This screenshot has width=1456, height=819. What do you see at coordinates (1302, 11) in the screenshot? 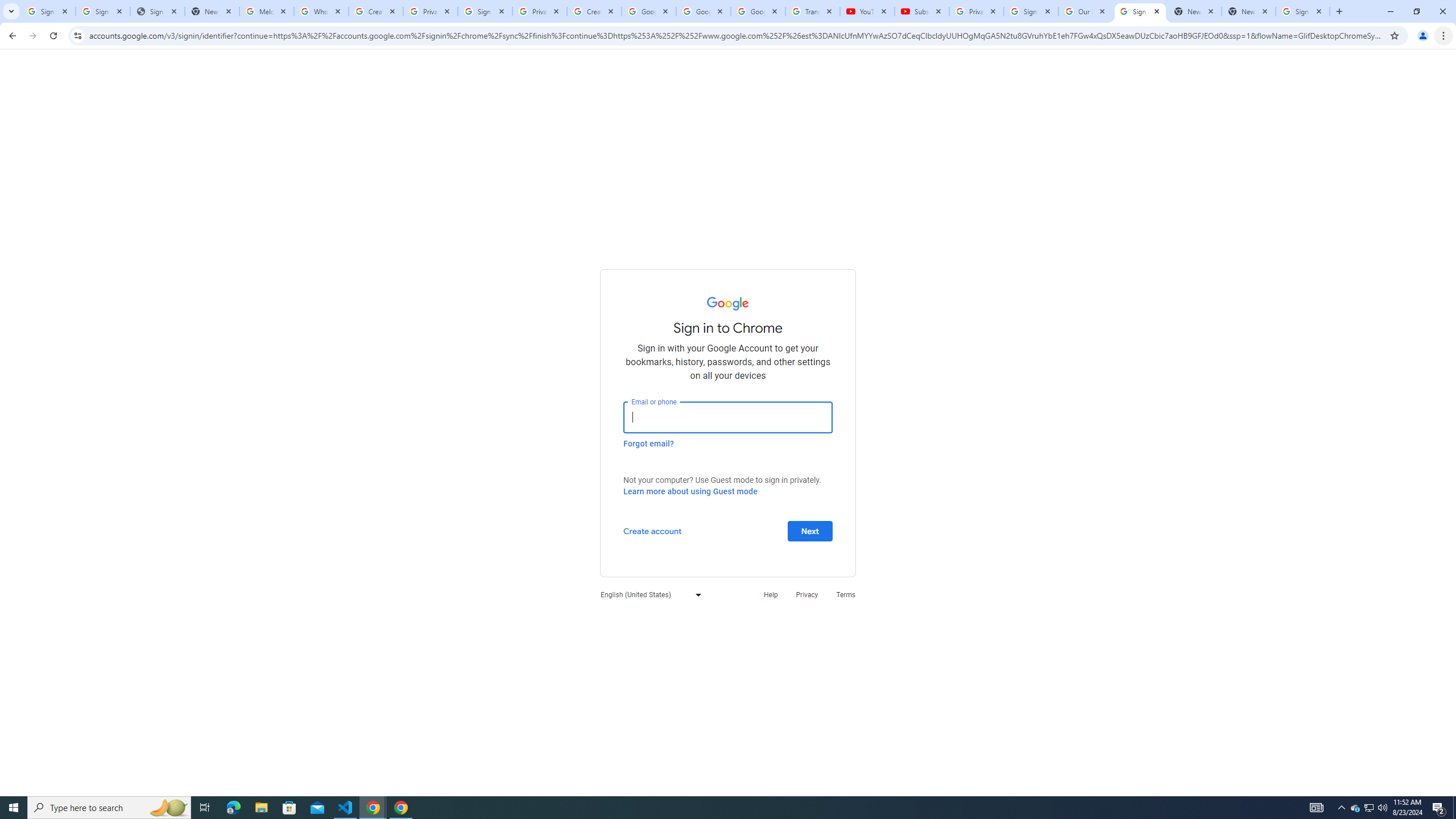
I see `'Sign in - Google Accounts'` at bounding box center [1302, 11].